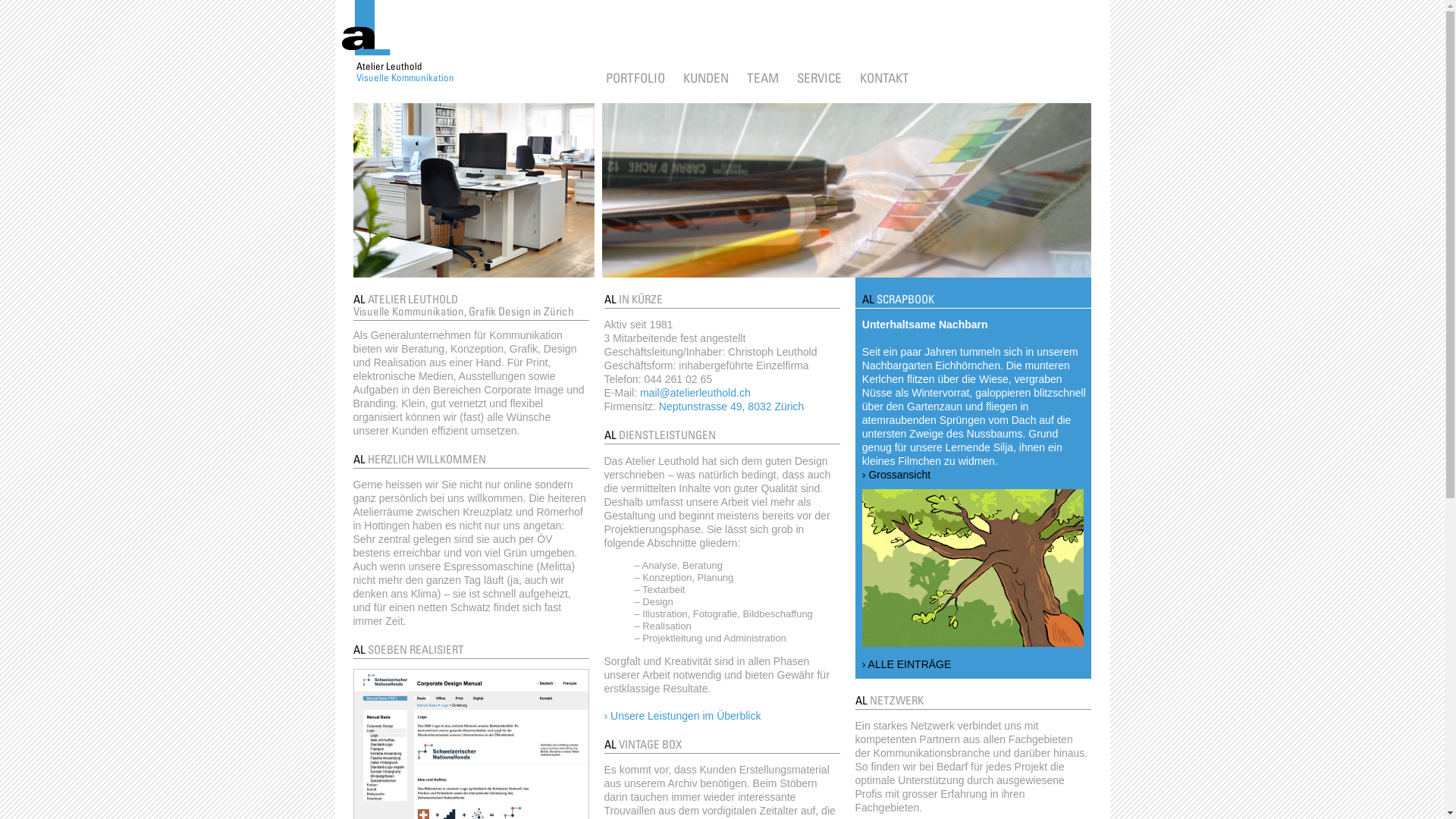  I want to click on 'KONTAKT', so click(884, 77).